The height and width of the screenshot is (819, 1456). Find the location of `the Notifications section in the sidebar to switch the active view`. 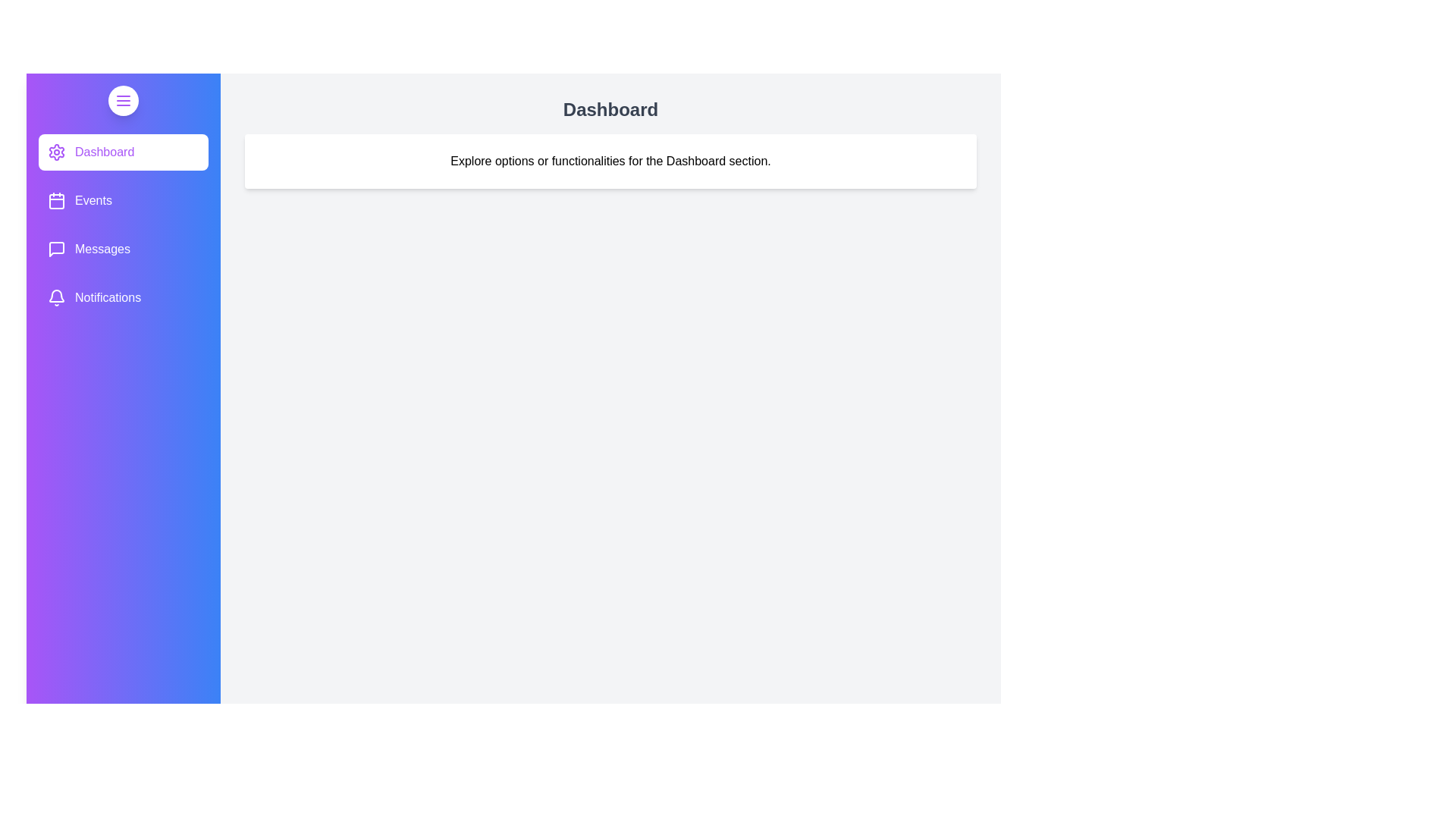

the Notifications section in the sidebar to switch the active view is located at coordinates (124, 298).